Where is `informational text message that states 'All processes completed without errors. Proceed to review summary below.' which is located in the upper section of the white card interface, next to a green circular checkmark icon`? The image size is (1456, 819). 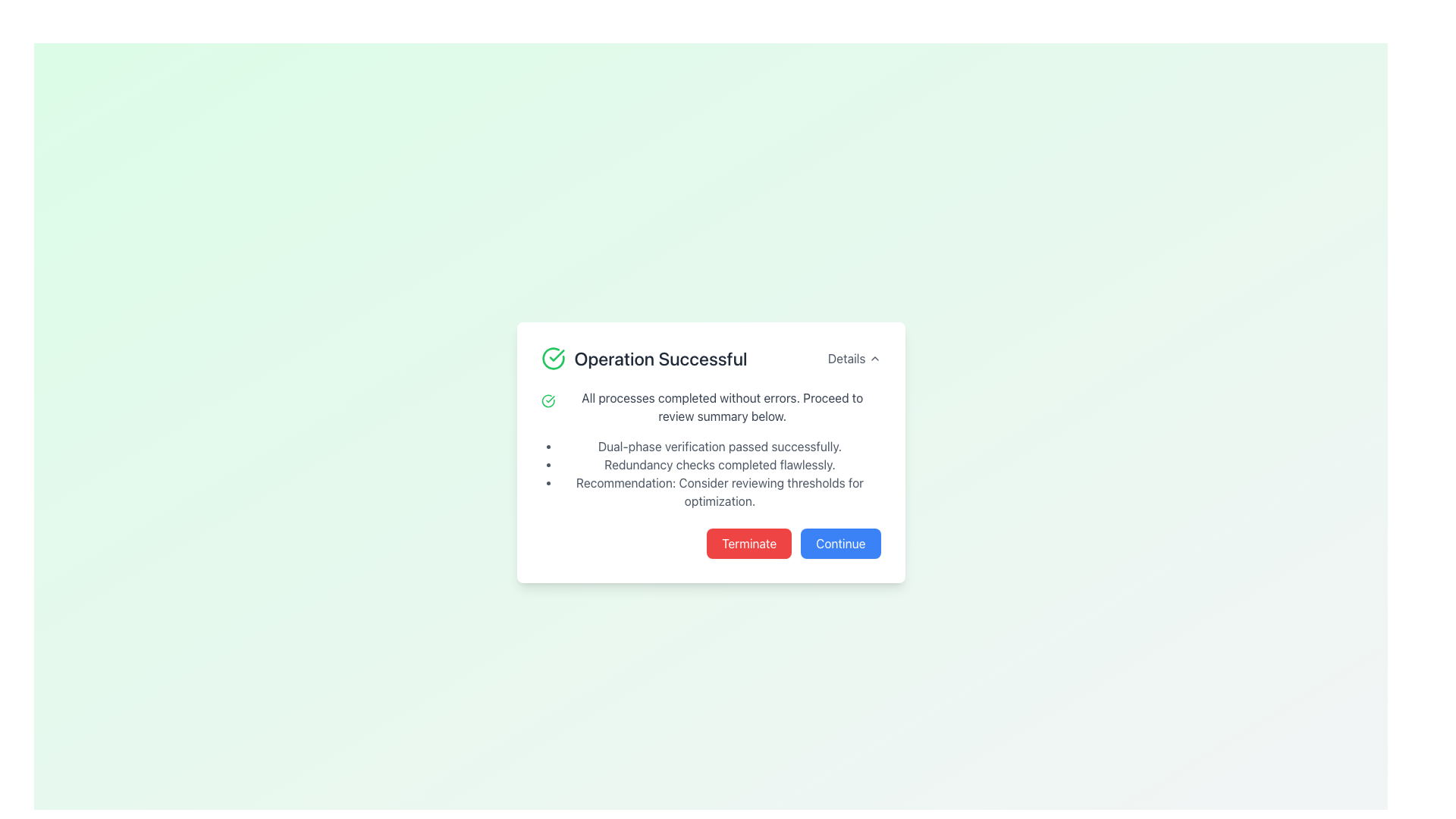
informational text message that states 'All processes completed without errors. Proceed to review summary below.' which is located in the upper section of the white card interface, next to a green circular checkmark icon is located at coordinates (710, 406).